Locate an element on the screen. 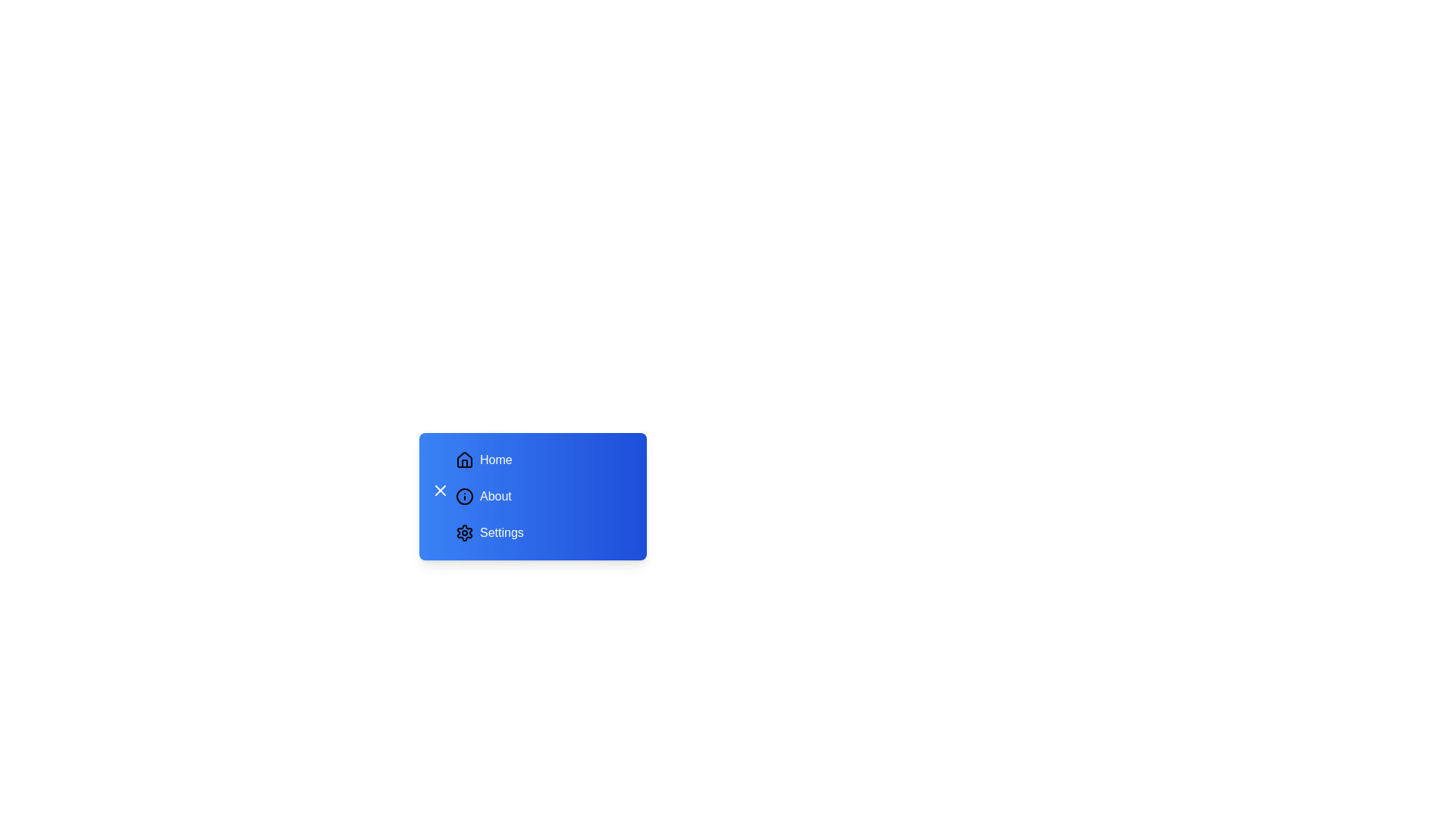 The height and width of the screenshot is (819, 1456). the menu item Home to trigger its hover effect is located at coordinates (542, 459).